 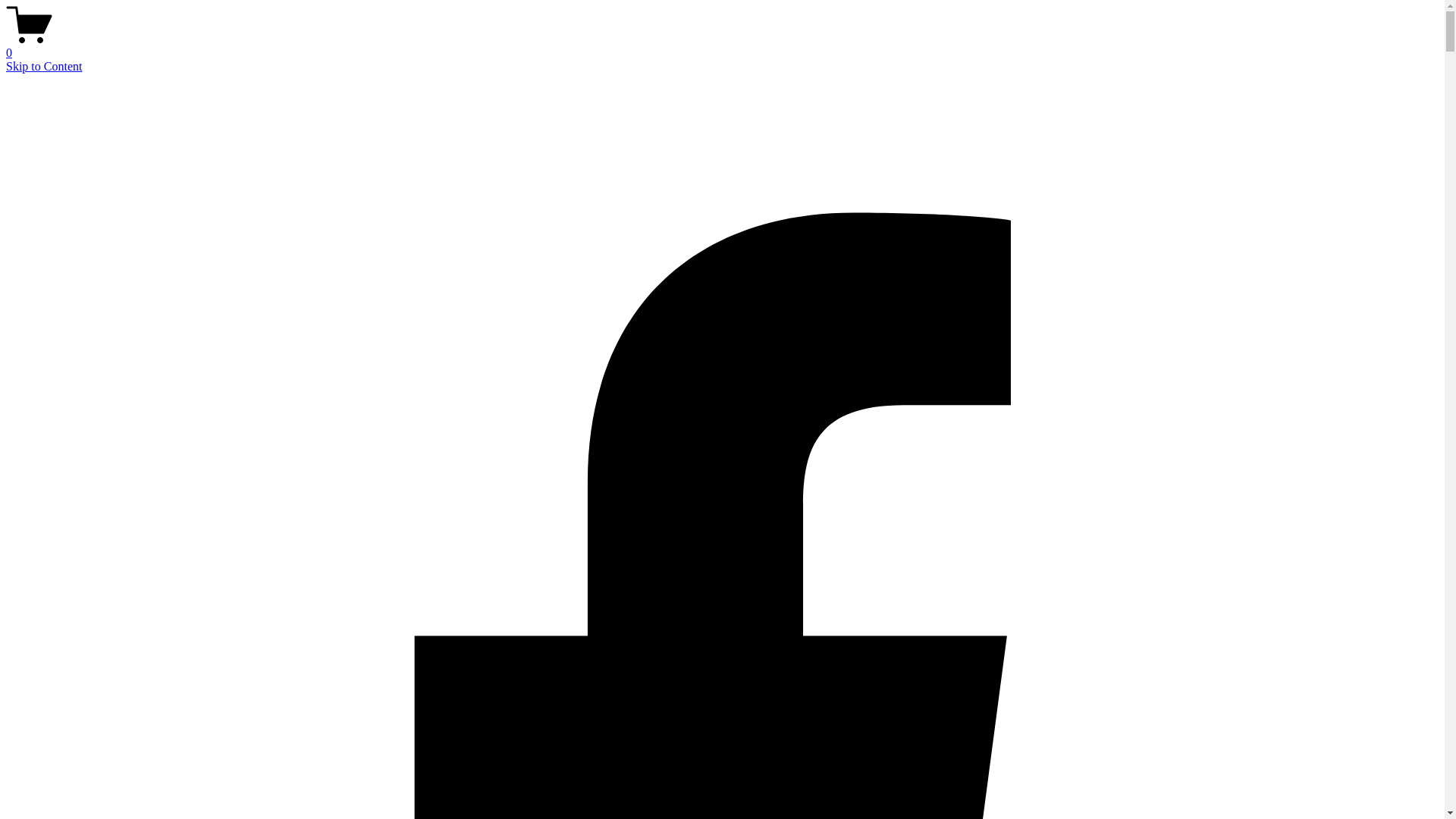 What do you see at coordinates (43, 65) in the screenshot?
I see `'Skip to Content'` at bounding box center [43, 65].